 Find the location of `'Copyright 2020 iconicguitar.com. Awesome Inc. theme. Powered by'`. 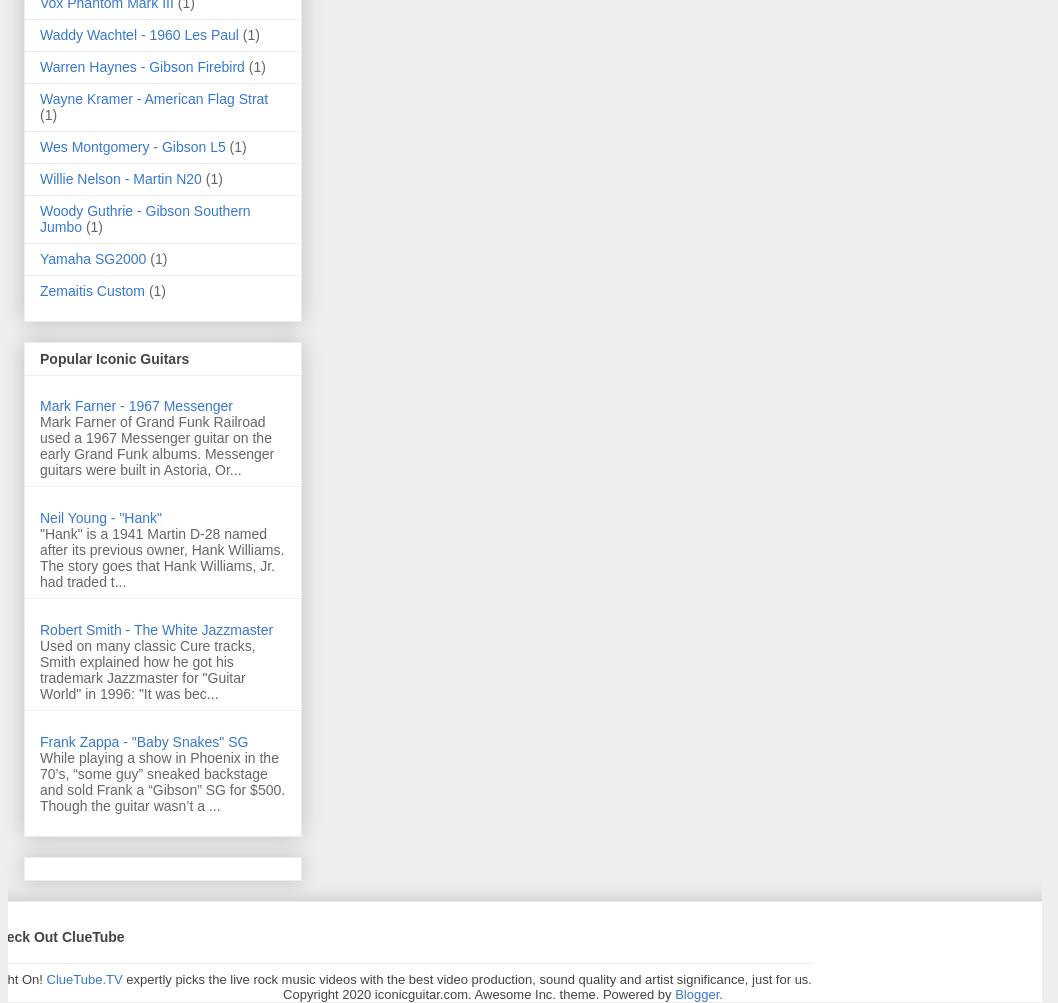

'Copyright 2020 iconicguitar.com. Awesome Inc. theme. Powered by' is located at coordinates (477, 992).